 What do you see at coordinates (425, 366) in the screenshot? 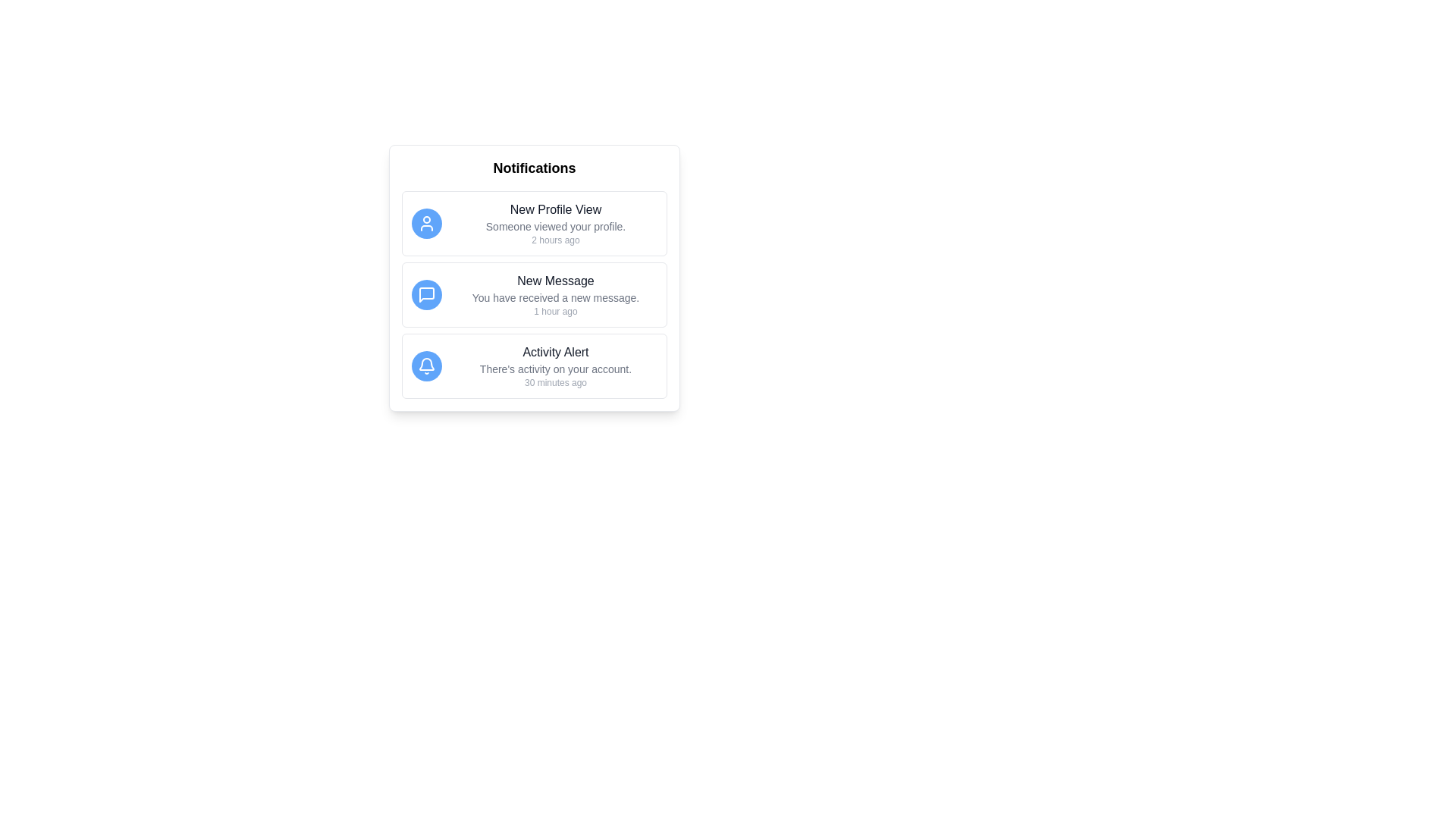
I see `the circular blue icon button with a white bell icon located at the left side of the 'Activity Alert' notification row` at bounding box center [425, 366].